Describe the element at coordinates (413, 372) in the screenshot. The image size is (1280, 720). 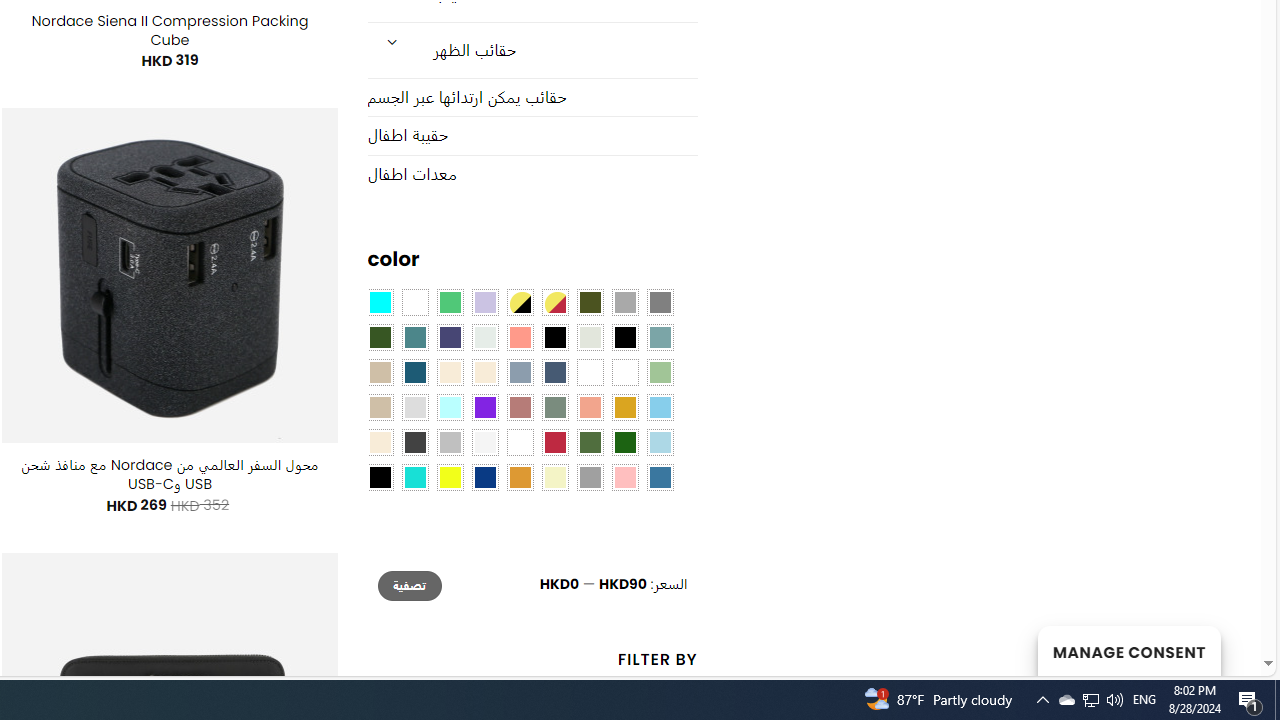
I see `'Capri Blue'` at that location.